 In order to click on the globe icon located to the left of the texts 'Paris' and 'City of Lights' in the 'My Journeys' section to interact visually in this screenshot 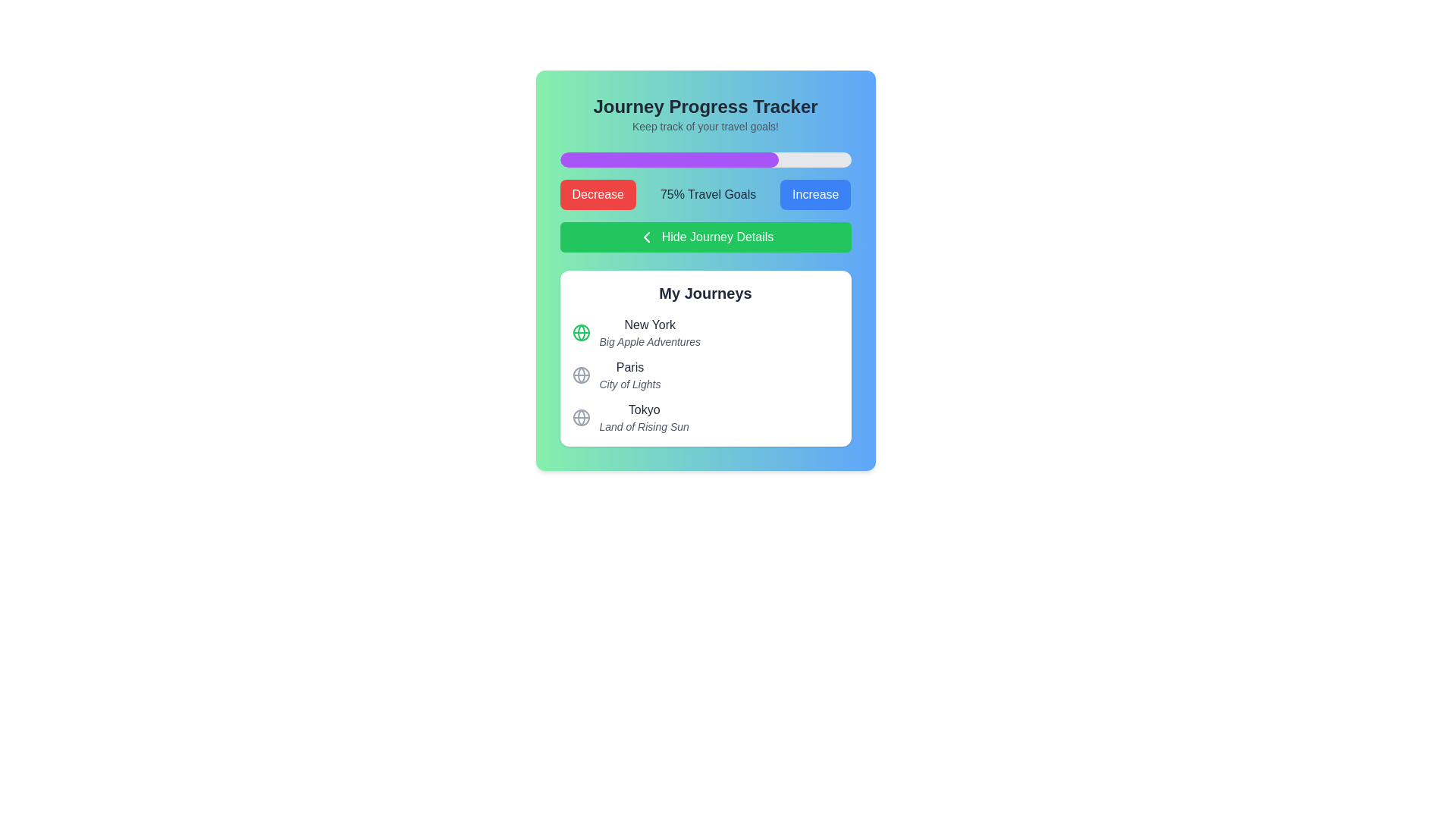, I will do `click(580, 375)`.